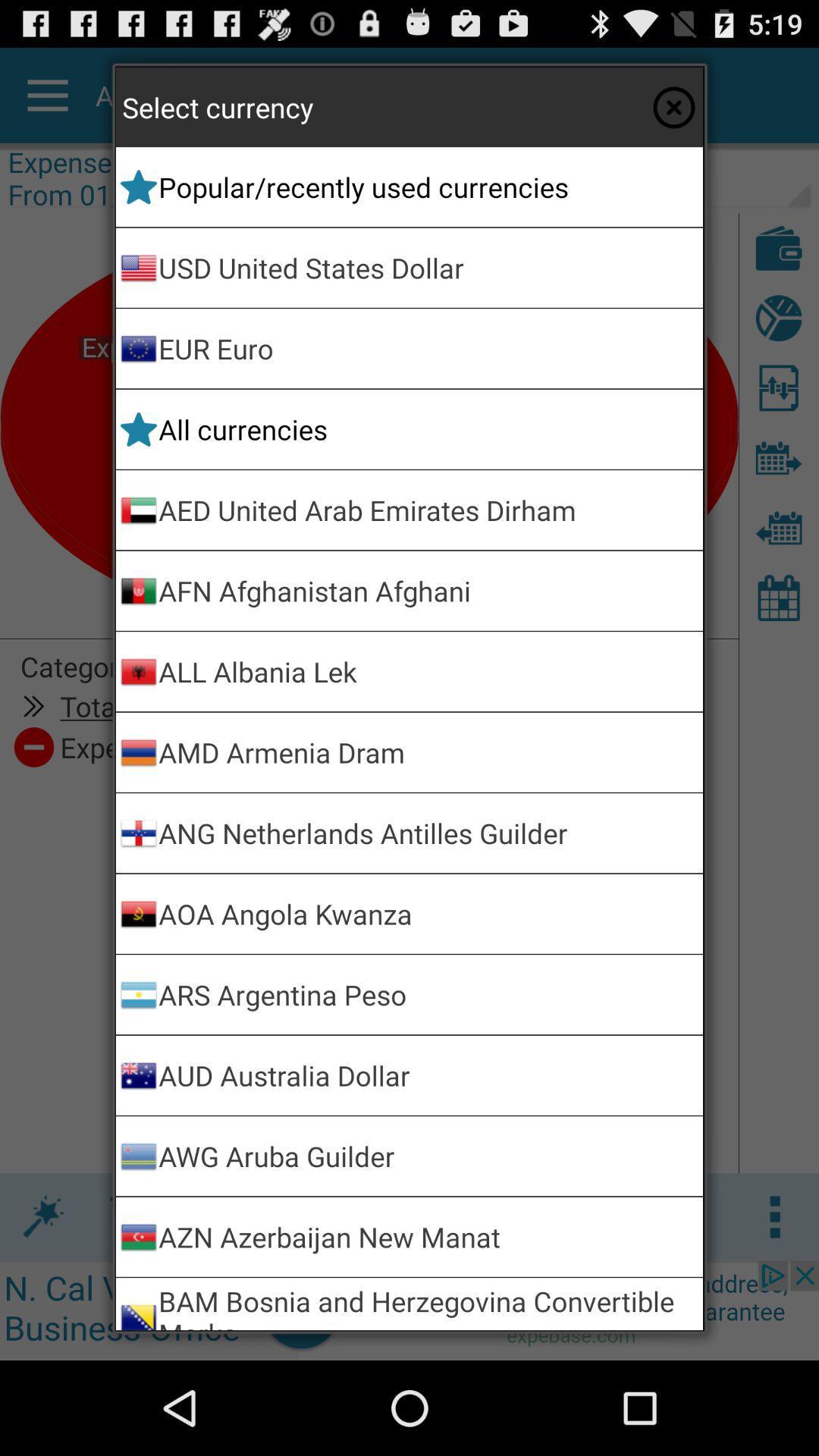 The width and height of the screenshot is (819, 1456). Describe the element at coordinates (428, 1155) in the screenshot. I see `the awg aruba guilder item` at that location.